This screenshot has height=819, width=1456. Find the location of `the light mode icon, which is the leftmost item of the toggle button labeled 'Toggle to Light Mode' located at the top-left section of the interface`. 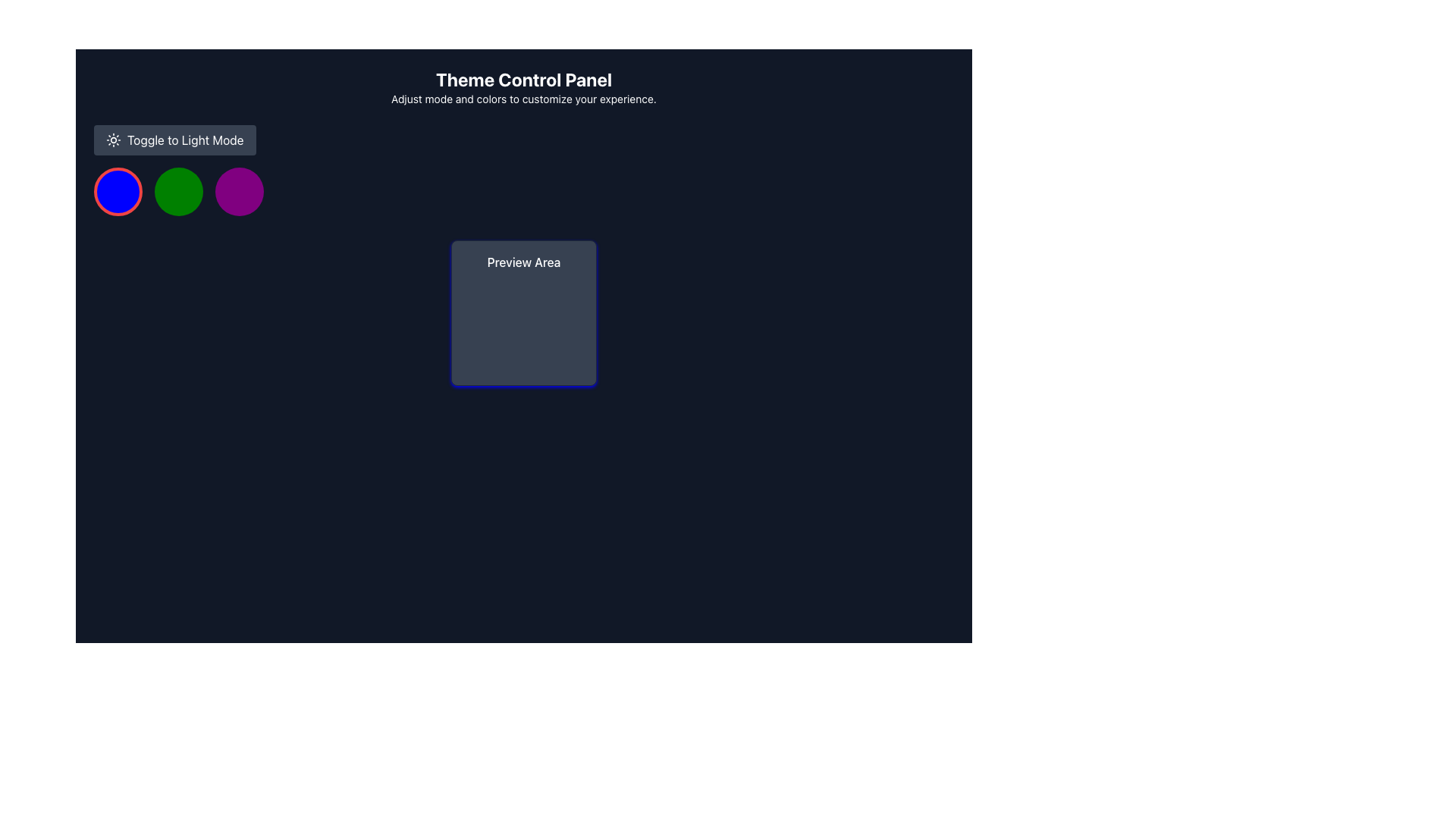

the light mode icon, which is the leftmost item of the toggle button labeled 'Toggle to Light Mode' located at the top-left section of the interface is located at coordinates (112, 140).